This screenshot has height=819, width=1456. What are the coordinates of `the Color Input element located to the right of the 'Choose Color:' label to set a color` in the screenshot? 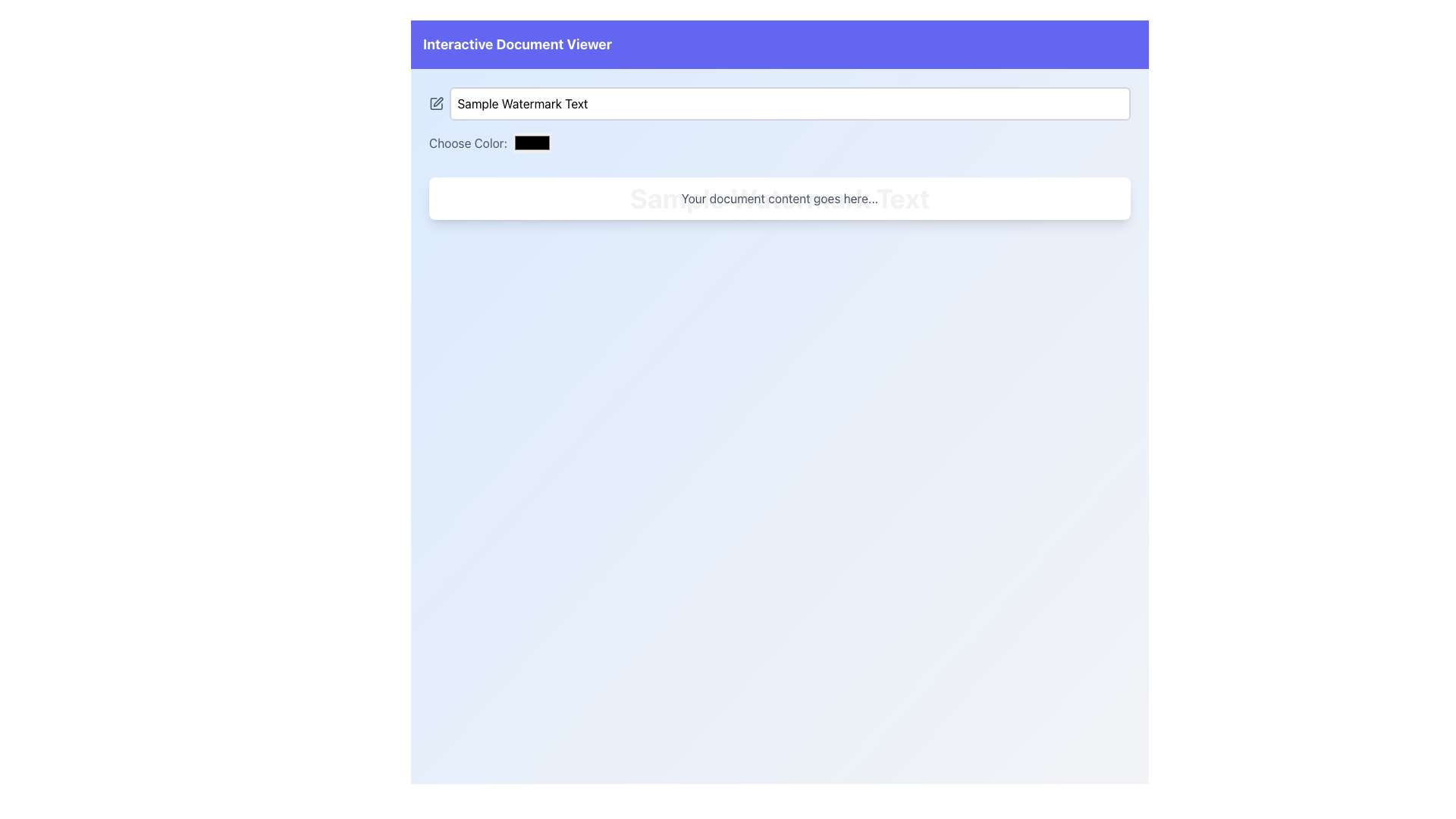 It's located at (532, 143).